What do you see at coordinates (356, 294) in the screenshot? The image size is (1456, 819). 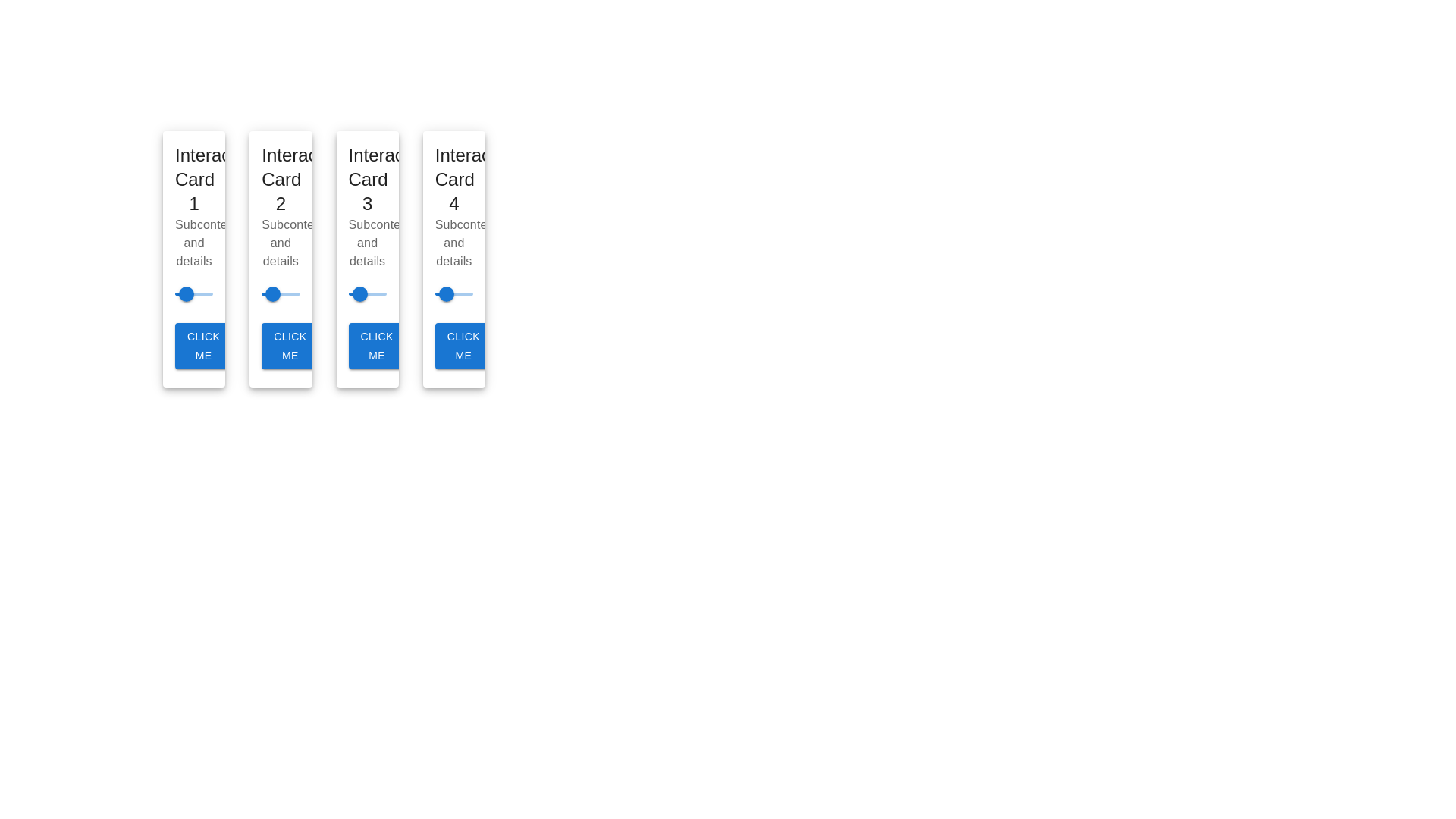 I see `the slider value` at bounding box center [356, 294].